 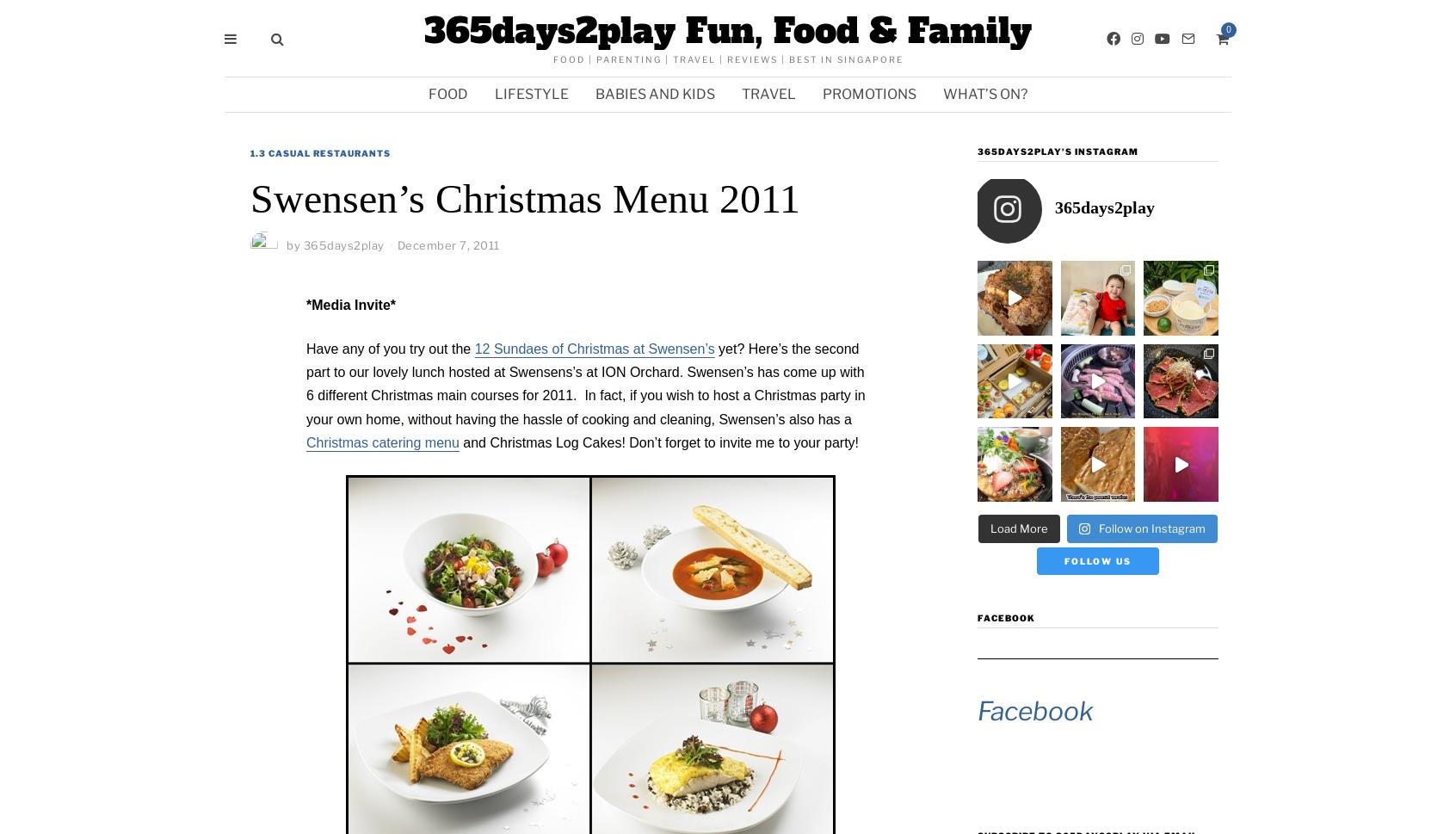 What do you see at coordinates (320, 153) in the screenshot?
I see `'1.3 Casual Restaurants'` at bounding box center [320, 153].